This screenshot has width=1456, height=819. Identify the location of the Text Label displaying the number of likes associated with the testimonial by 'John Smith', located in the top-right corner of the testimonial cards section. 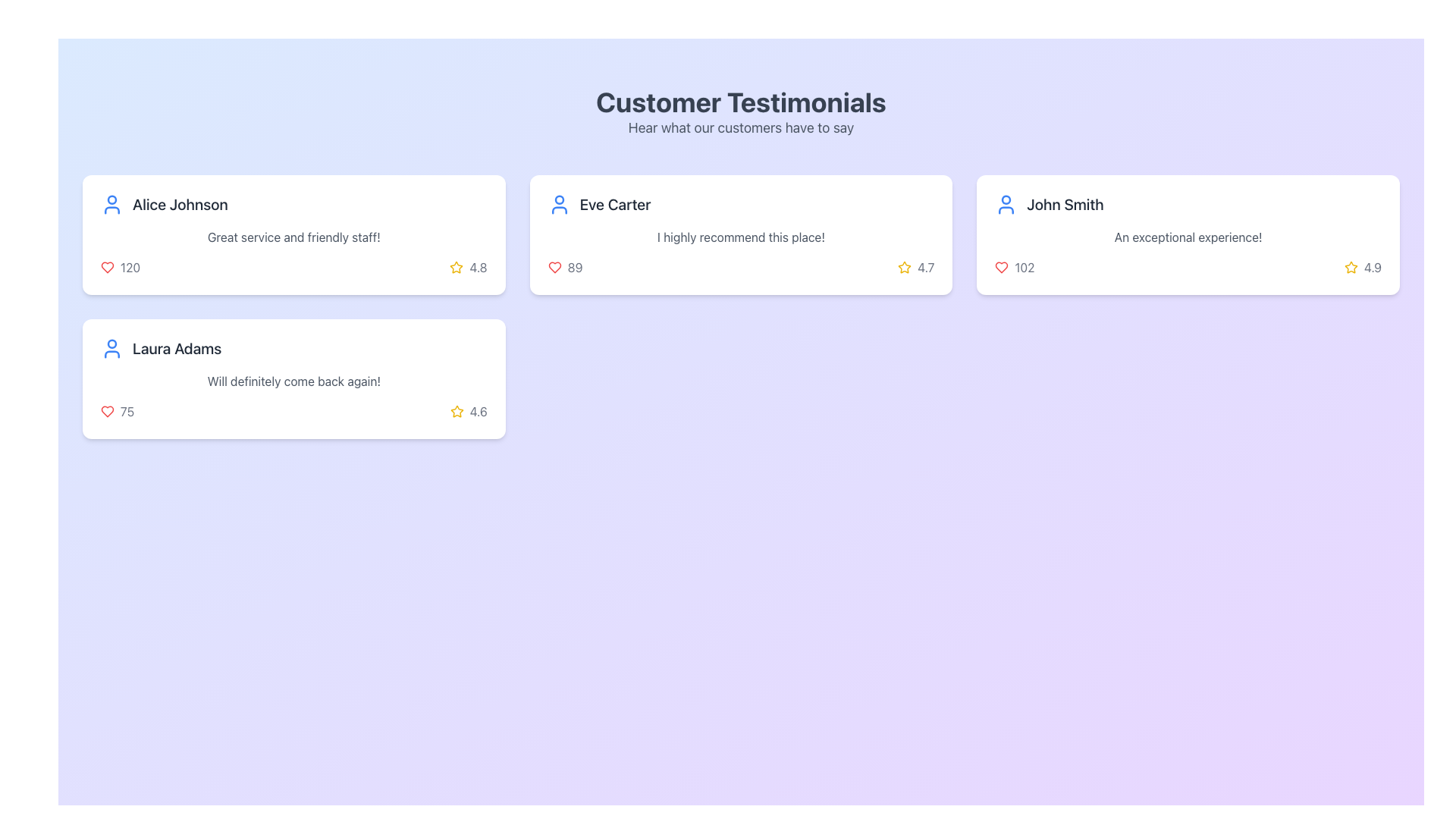
(1025, 267).